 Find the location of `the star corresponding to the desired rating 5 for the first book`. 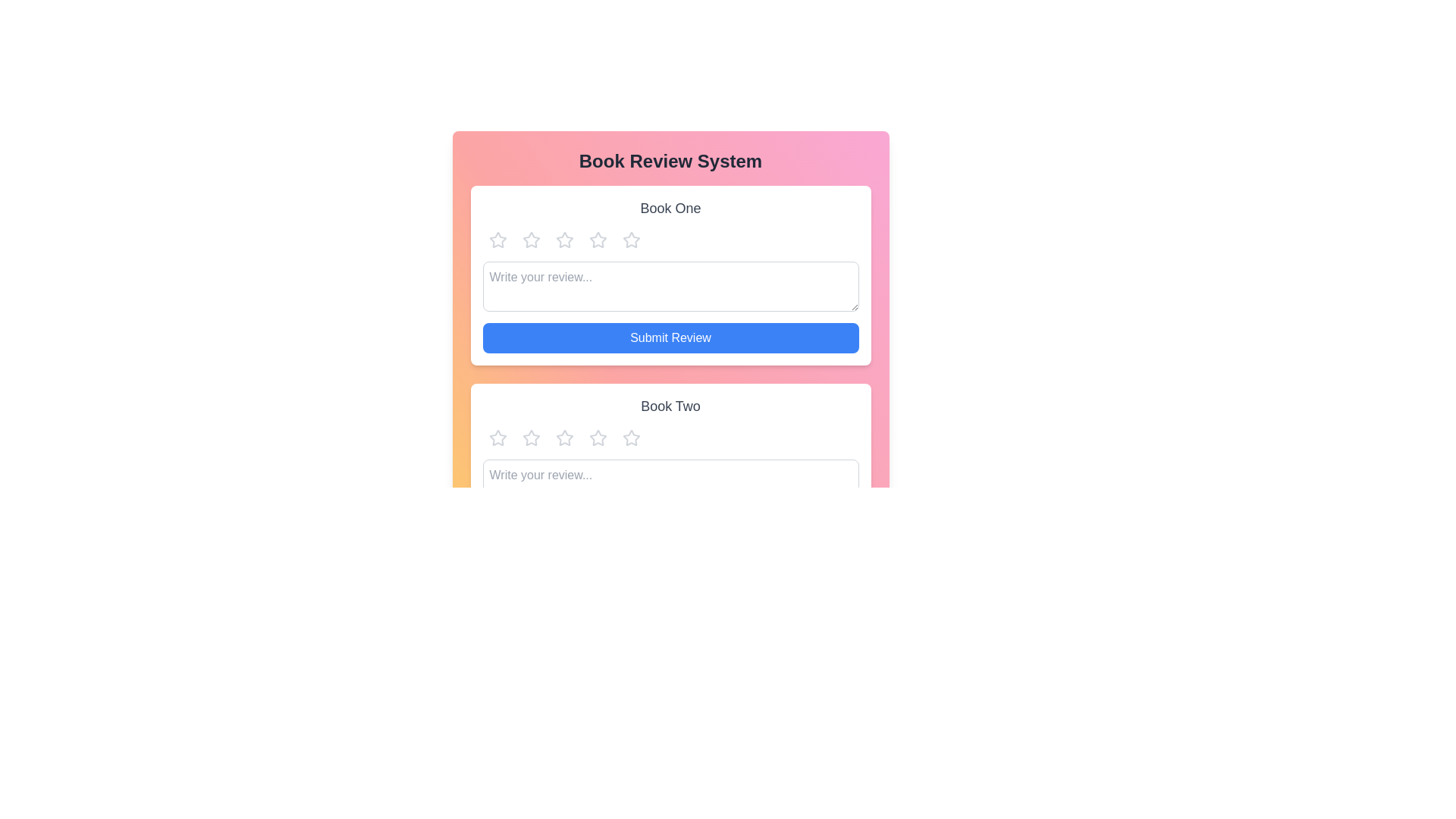

the star corresponding to the desired rating 5 for the first book is located at coordinates (631, 239).